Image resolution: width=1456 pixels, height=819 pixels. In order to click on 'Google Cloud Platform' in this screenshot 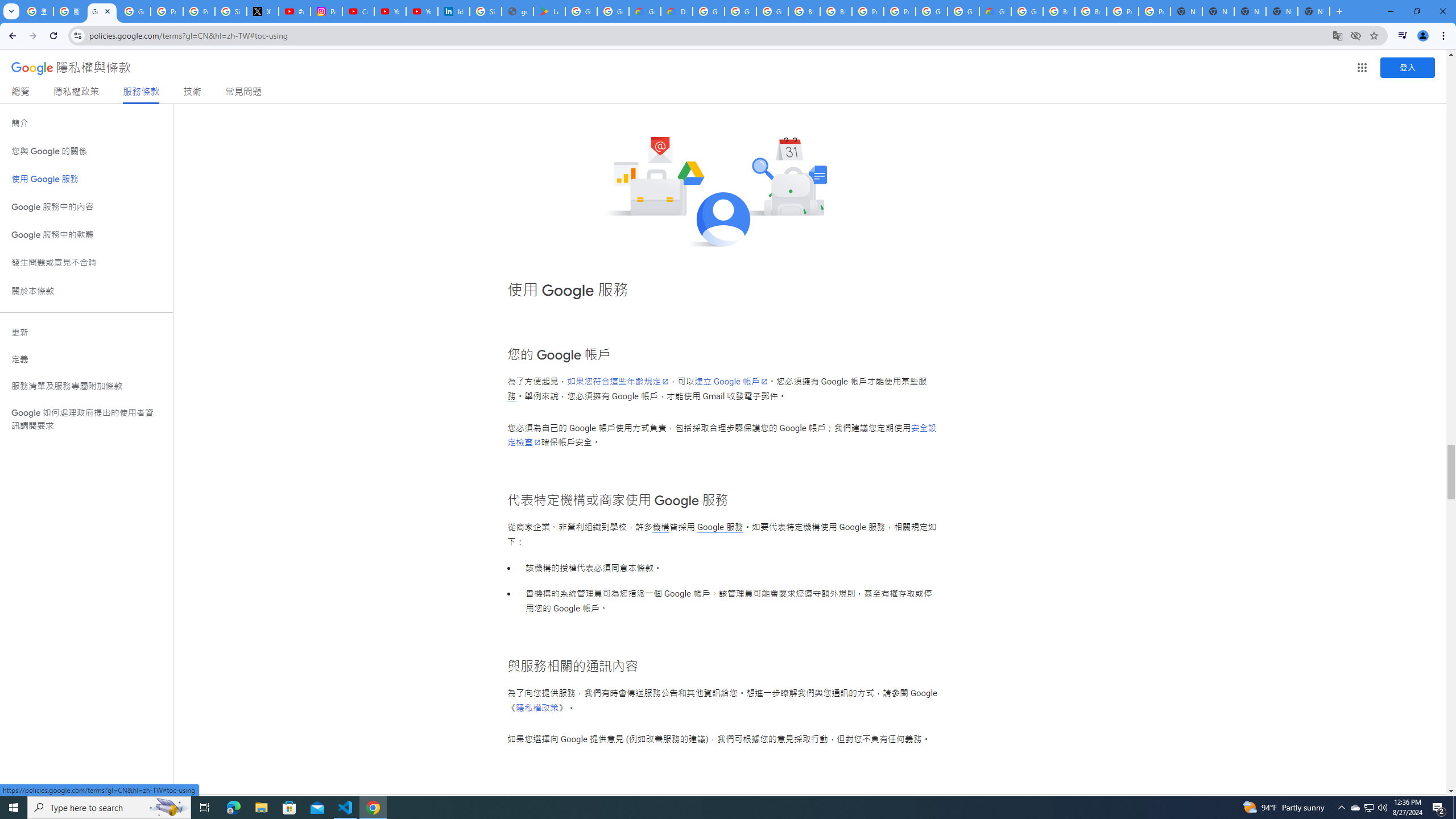, I will do `click(1027, 11)`.